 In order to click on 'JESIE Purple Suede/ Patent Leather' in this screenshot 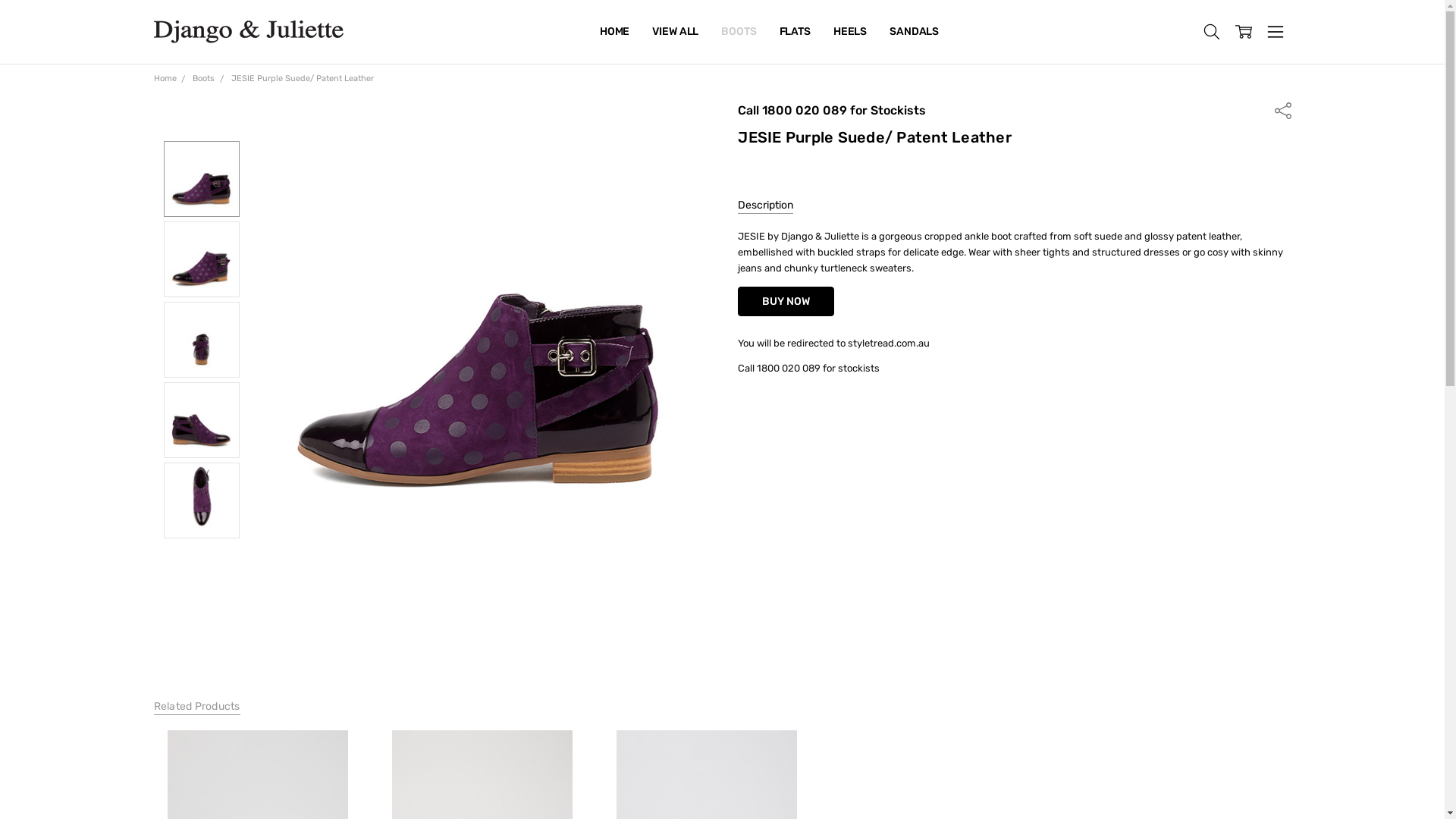, I will do `click(231, 78)`.